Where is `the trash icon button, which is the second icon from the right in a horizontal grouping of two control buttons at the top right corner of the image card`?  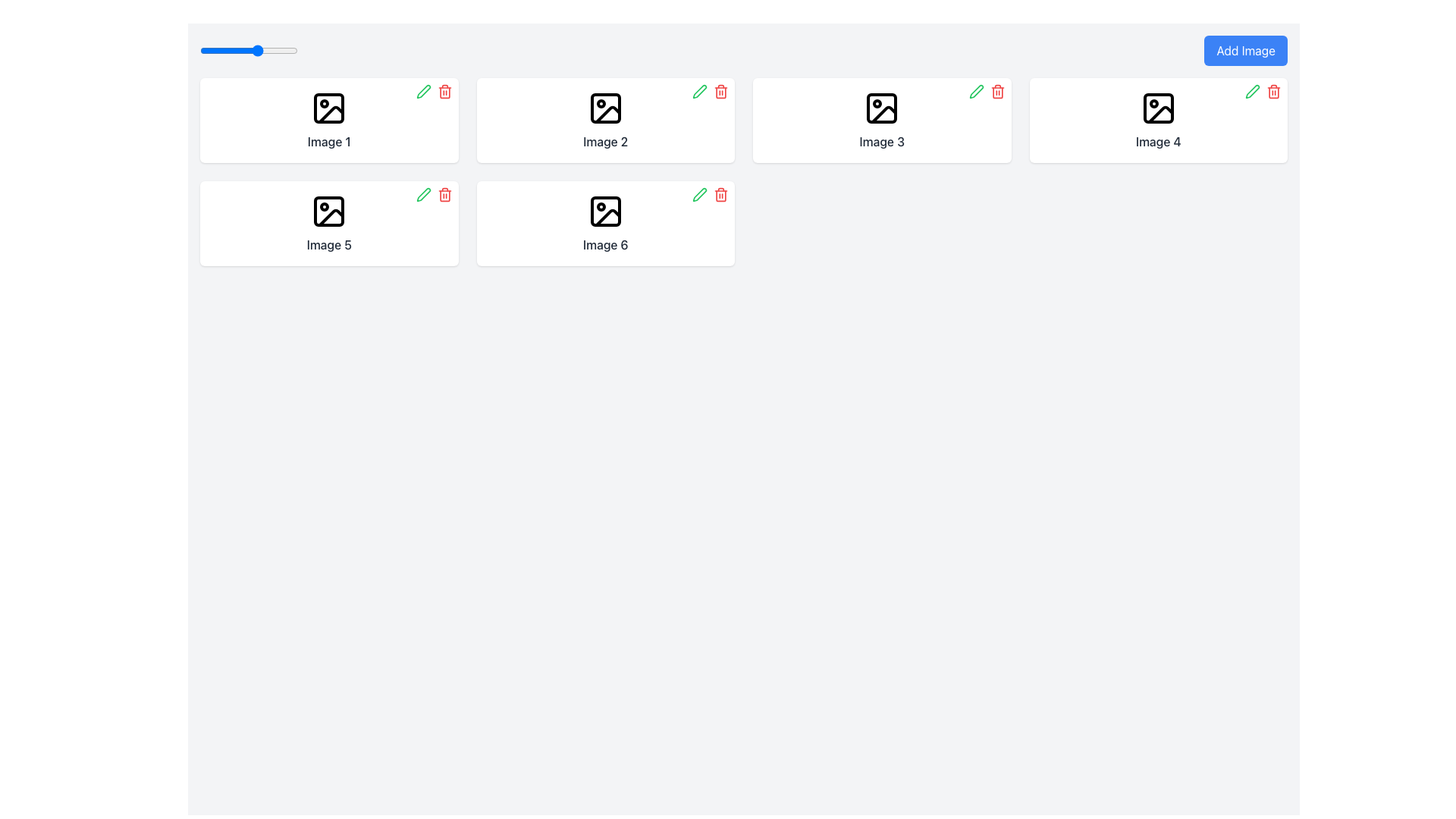 the trash icon button, which is the second icon from the right in a horizontal grouping of two control buttons at the top right corner of the image card is located at coordinates (444, 194).